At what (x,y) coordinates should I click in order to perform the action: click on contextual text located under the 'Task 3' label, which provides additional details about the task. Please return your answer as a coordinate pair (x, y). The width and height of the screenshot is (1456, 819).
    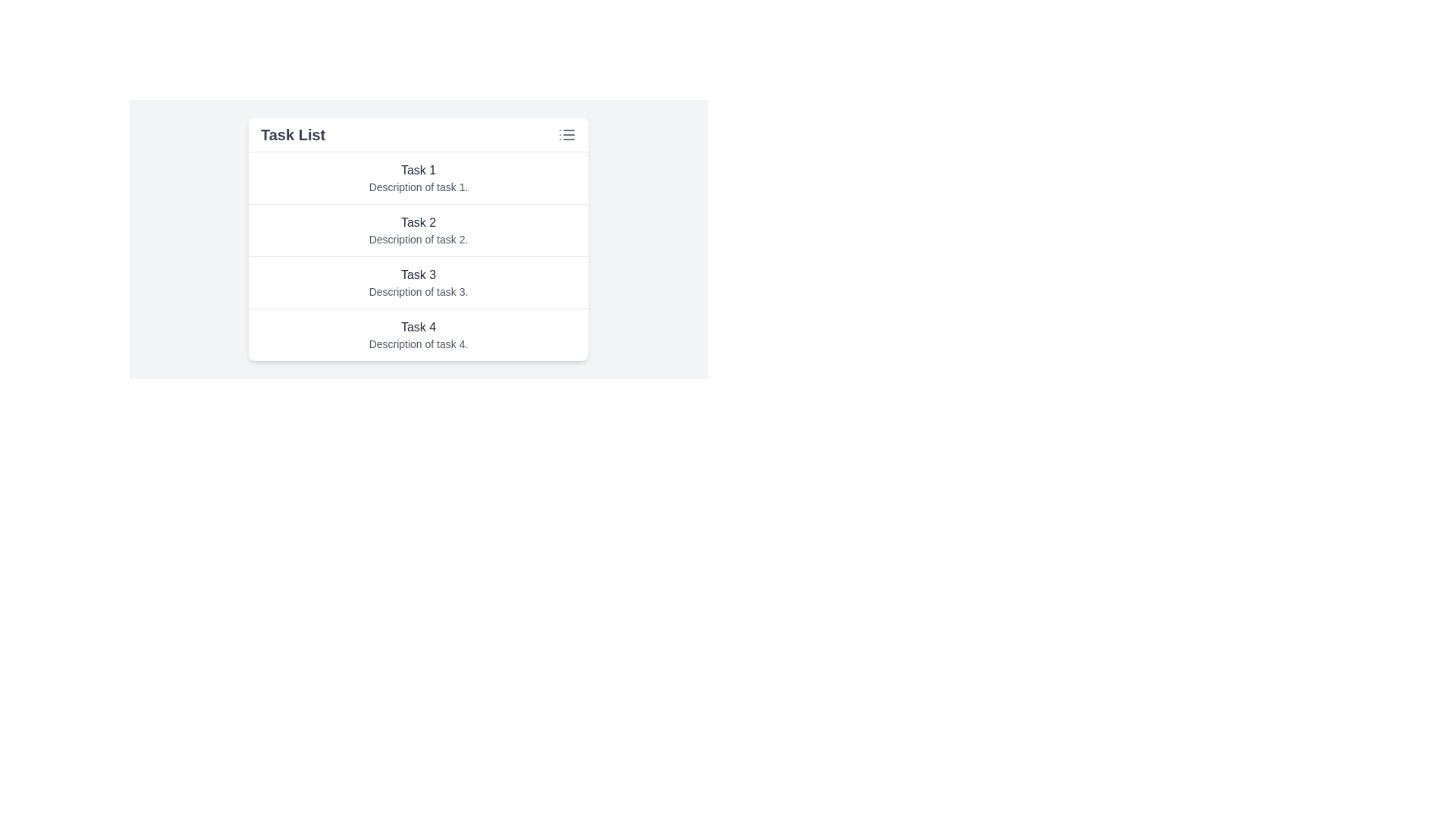
    Looking at the image, I should click on (419, 292).